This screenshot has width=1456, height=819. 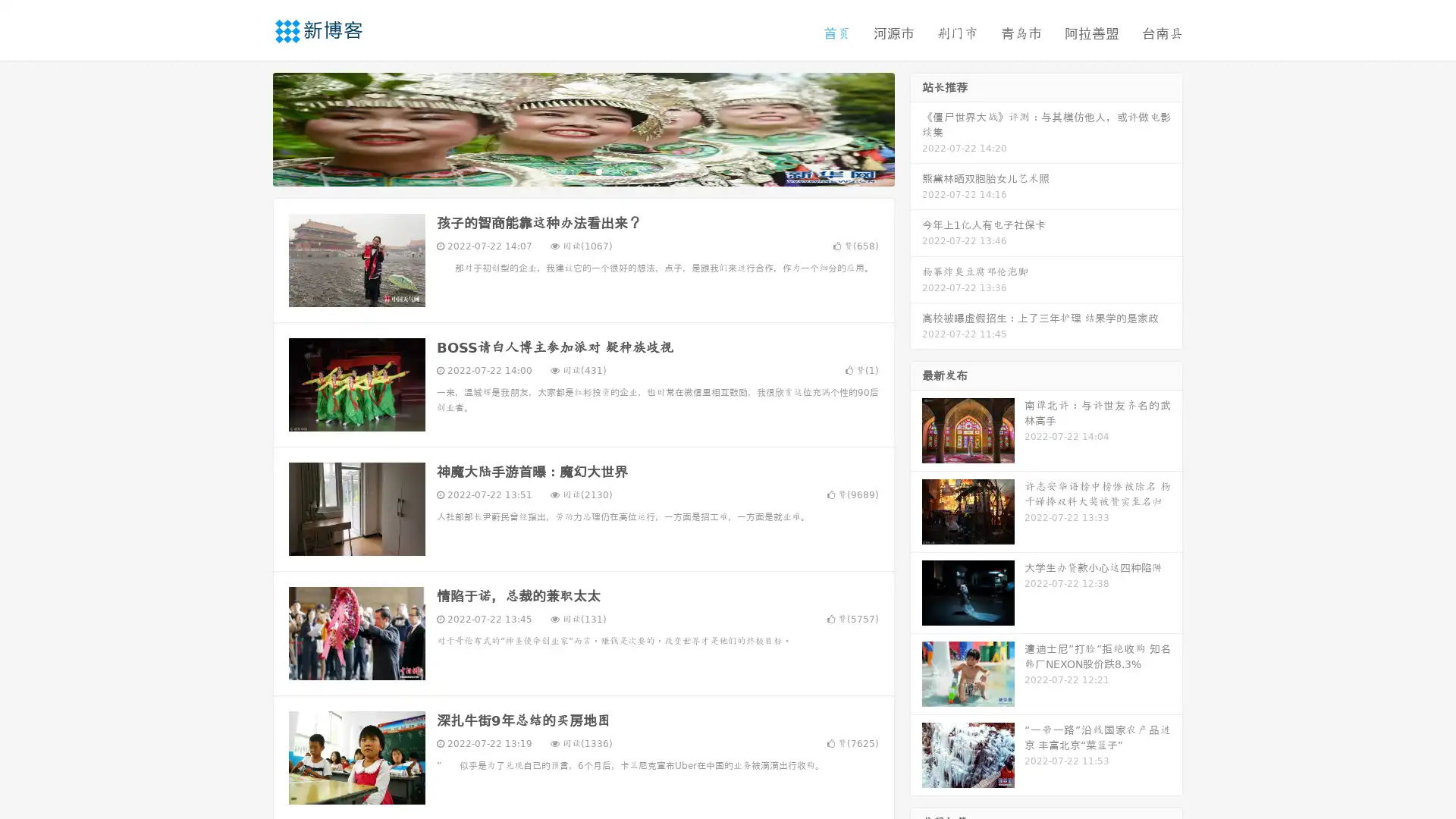 What do you see at coordinates (250, 127) in the screenshot?
I see `Previous slide` at bounding box center [250, 127].